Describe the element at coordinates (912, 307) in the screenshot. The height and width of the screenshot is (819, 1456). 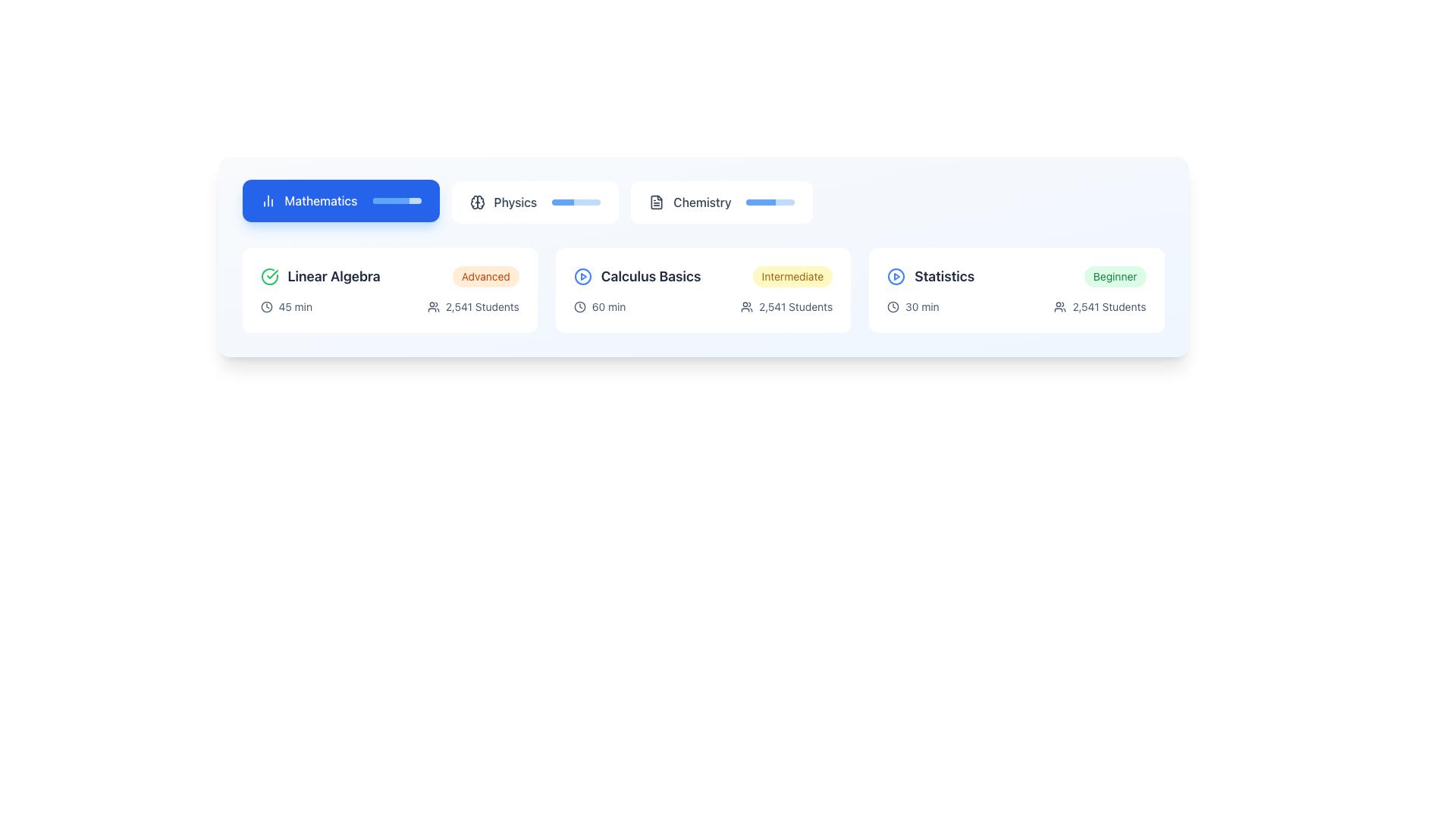
I see `the static informational display showing '30 min' with a clock icon, located in the 'Statistics' section, to the left of '2,541 Students'` at that location.